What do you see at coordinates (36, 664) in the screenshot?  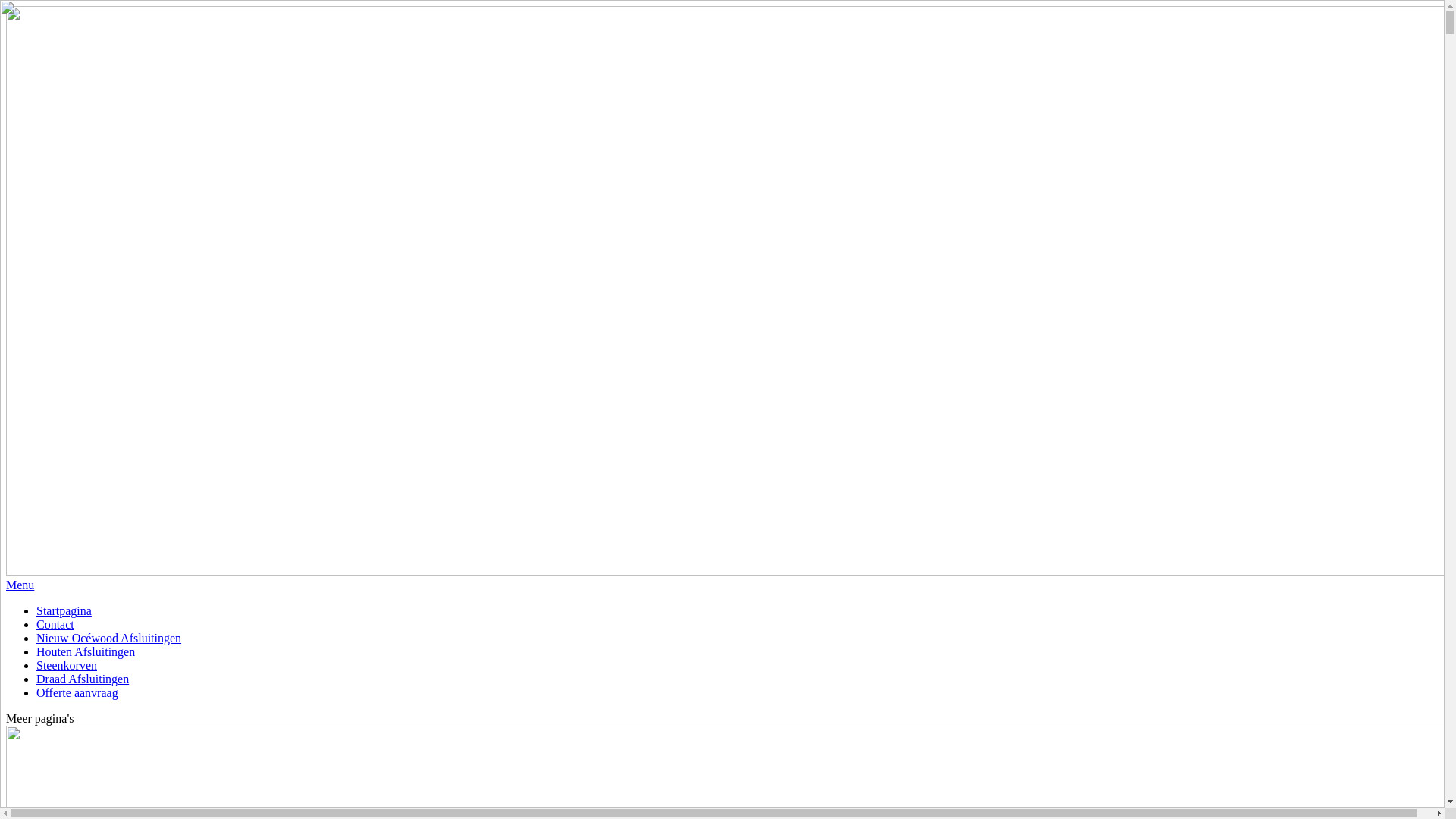 I see `'Steenkorven'` at bounding box center [36, 664].